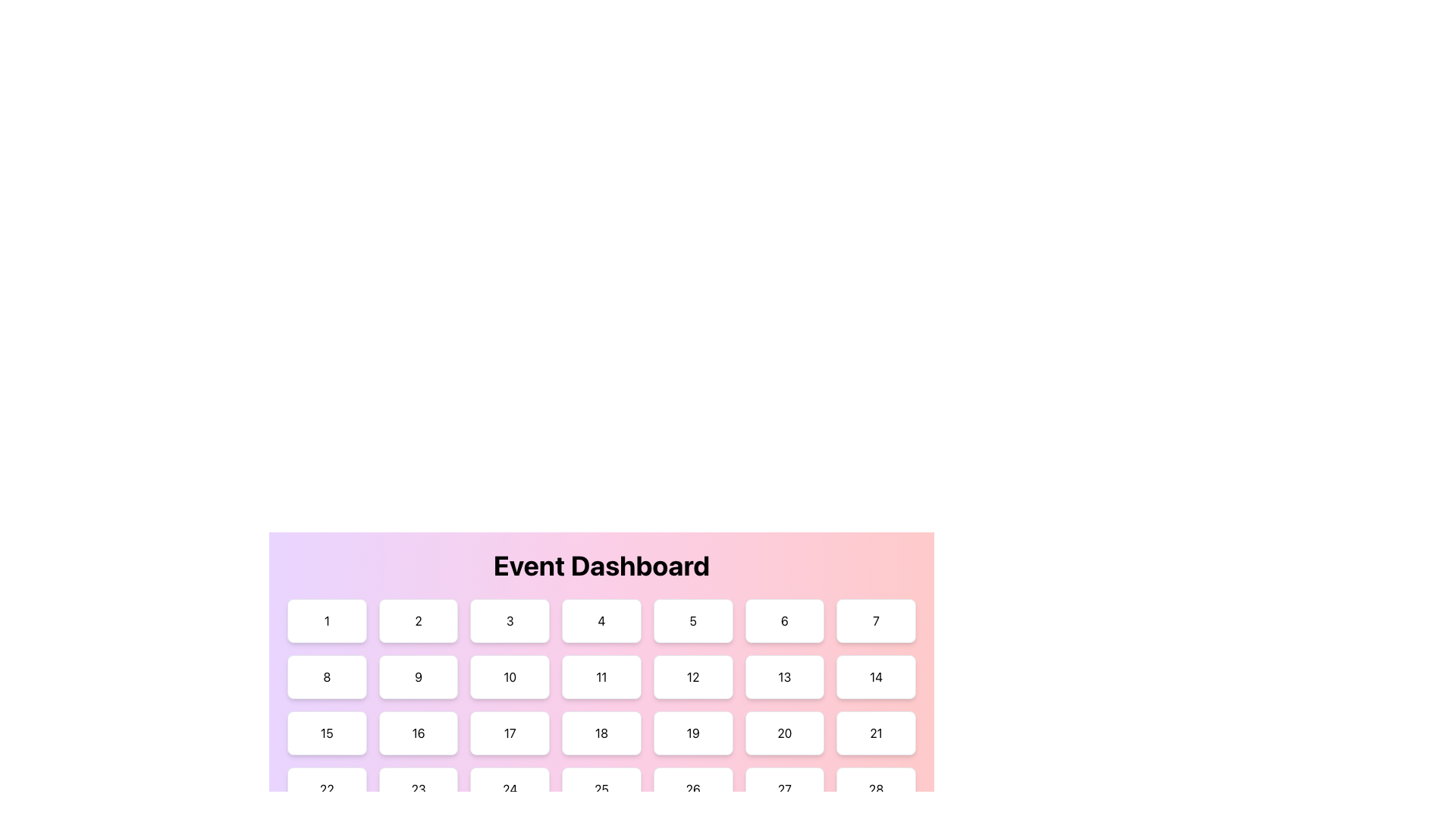 The width and height of the screenshot is (1456, 819). What do you see at coordinates (419, 676) in the screenshot?
I see `the button labeled '9', which is a white rounded rectangle with a black number '9' centered inside it` at bounding box center [419, 676].